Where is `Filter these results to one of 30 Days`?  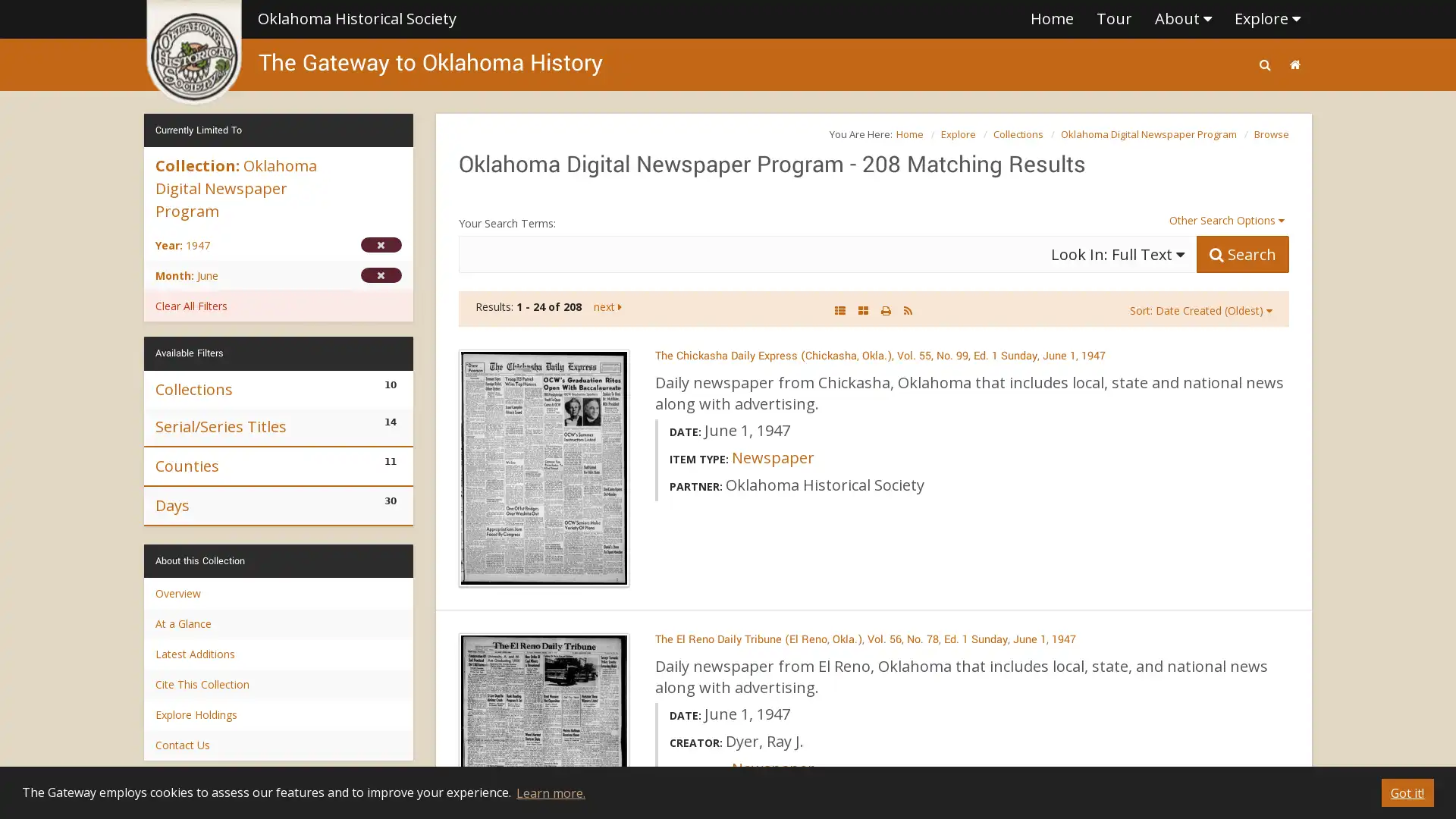 Filter these results to one of 30 Days is located at coordinates (278, 505).